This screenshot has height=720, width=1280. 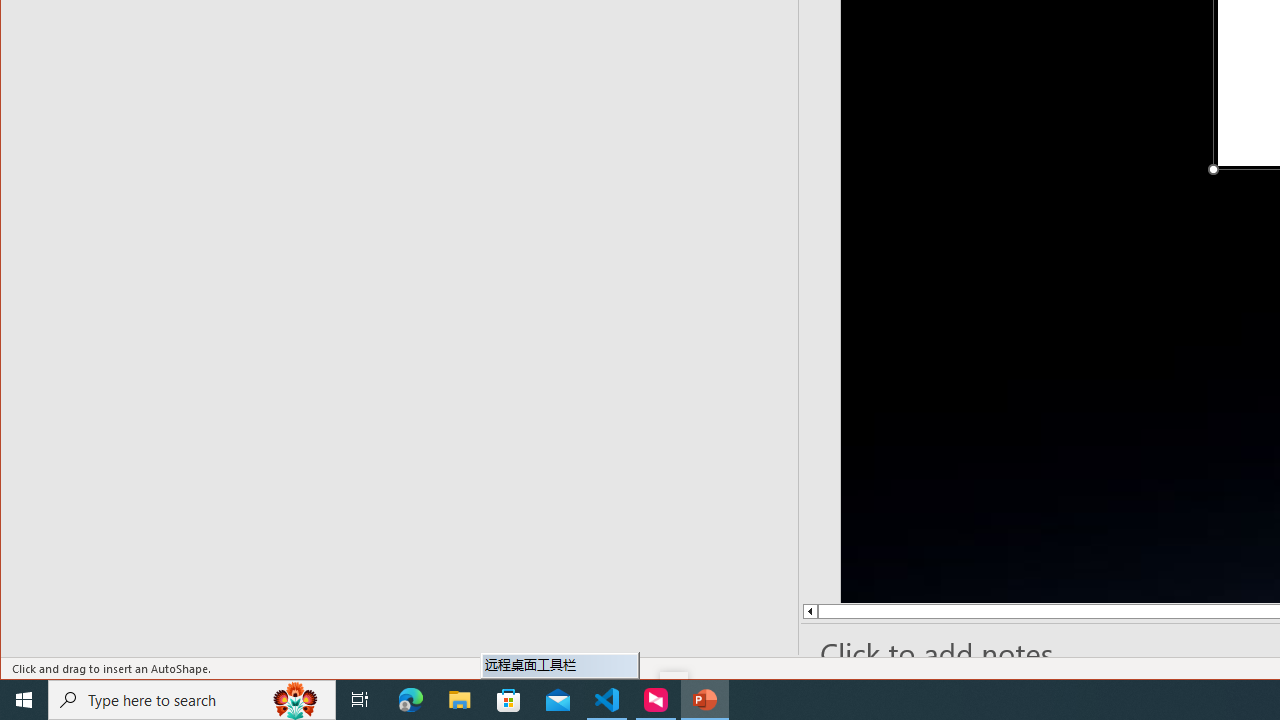 I want to click on 'PowerPoint - 1 running window', so click(x=705, y=698).